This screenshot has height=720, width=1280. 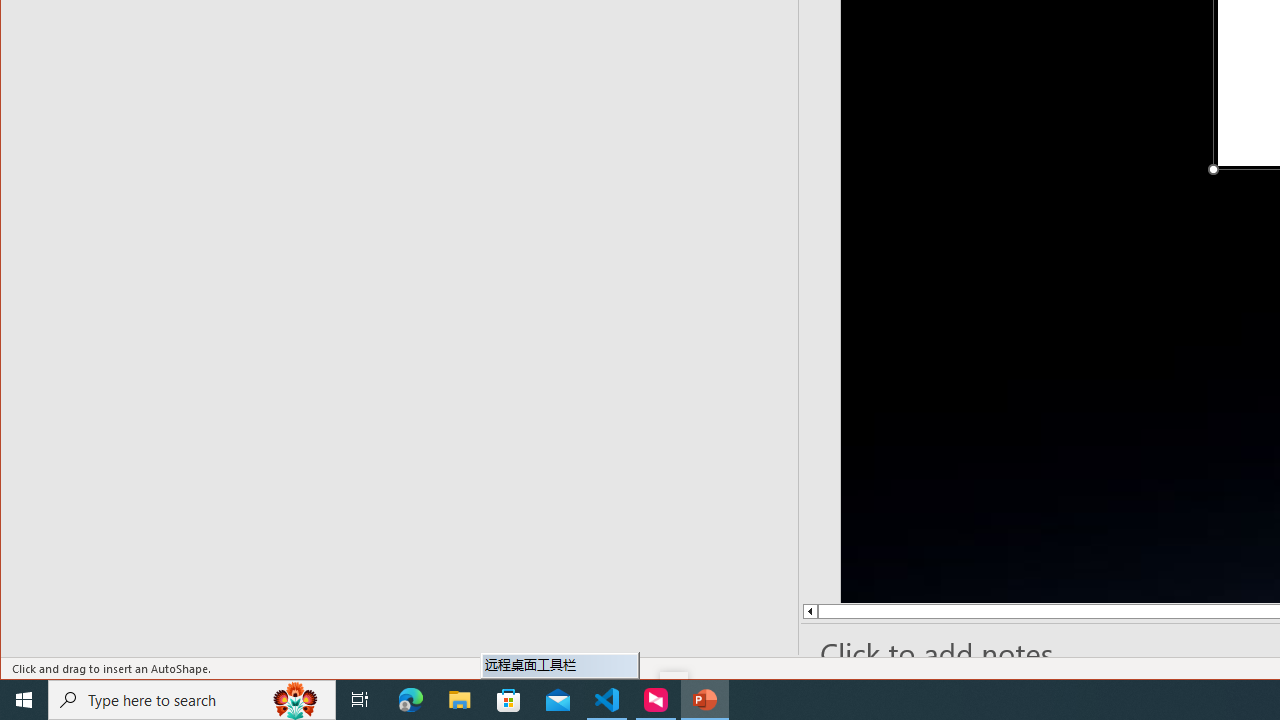 I want to click on 'PowerPoint - 1 running window', so click(x=705, y=698).